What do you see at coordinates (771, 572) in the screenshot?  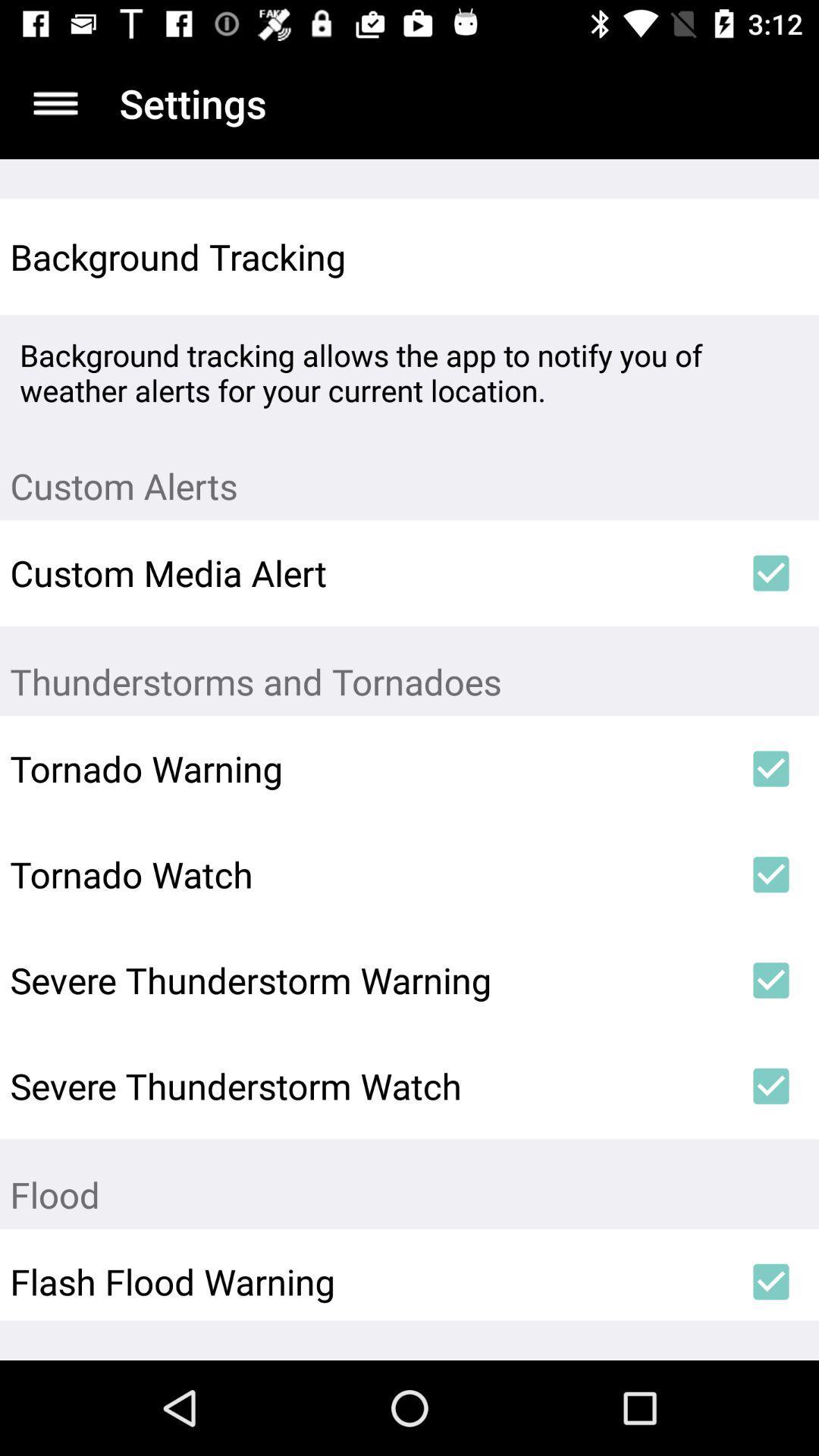 I see `the icon next to the custom media alert item` at bounding box center [771, 572].